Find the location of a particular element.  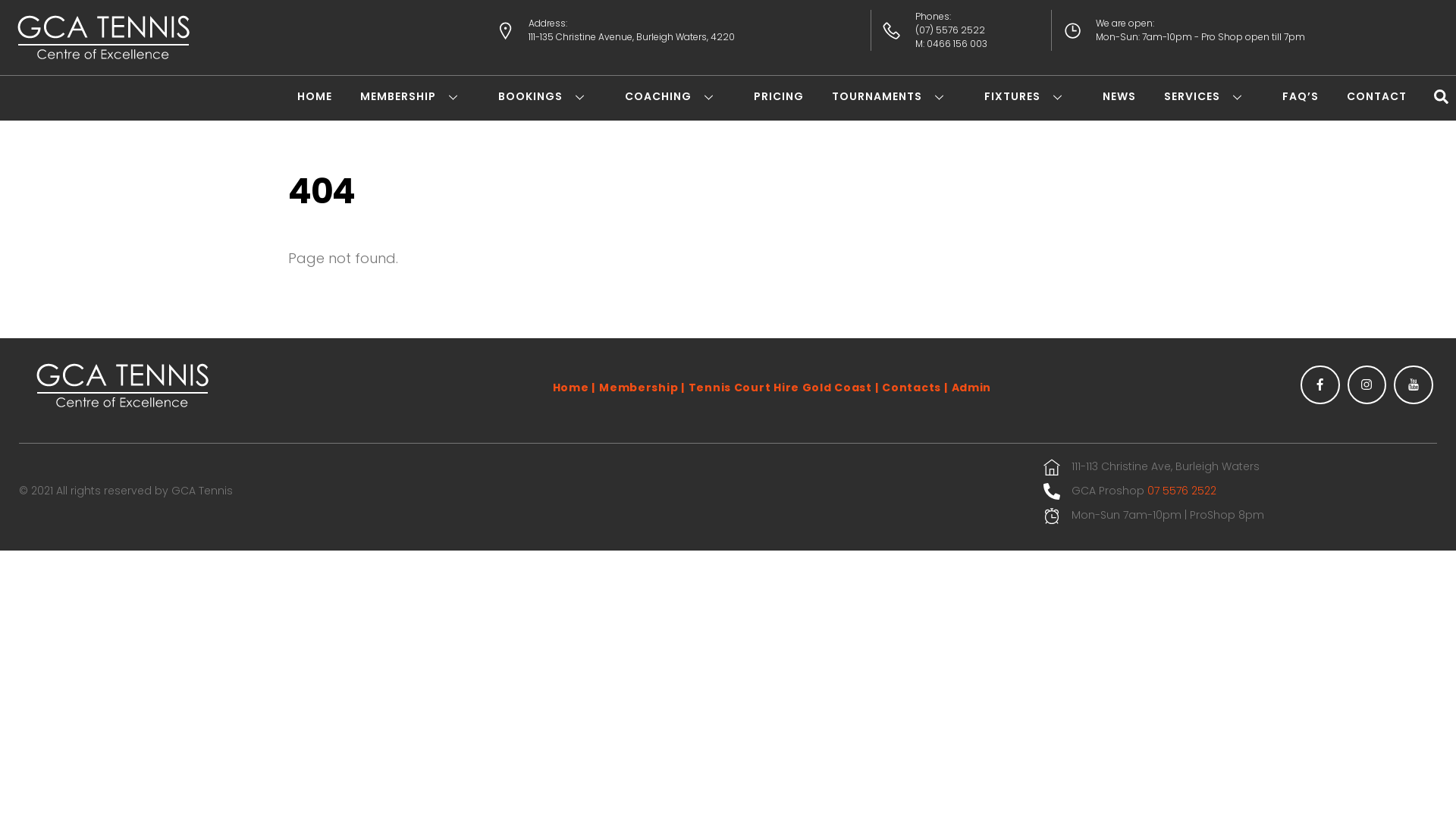

'HOME' is located at coordinates (313, 96).